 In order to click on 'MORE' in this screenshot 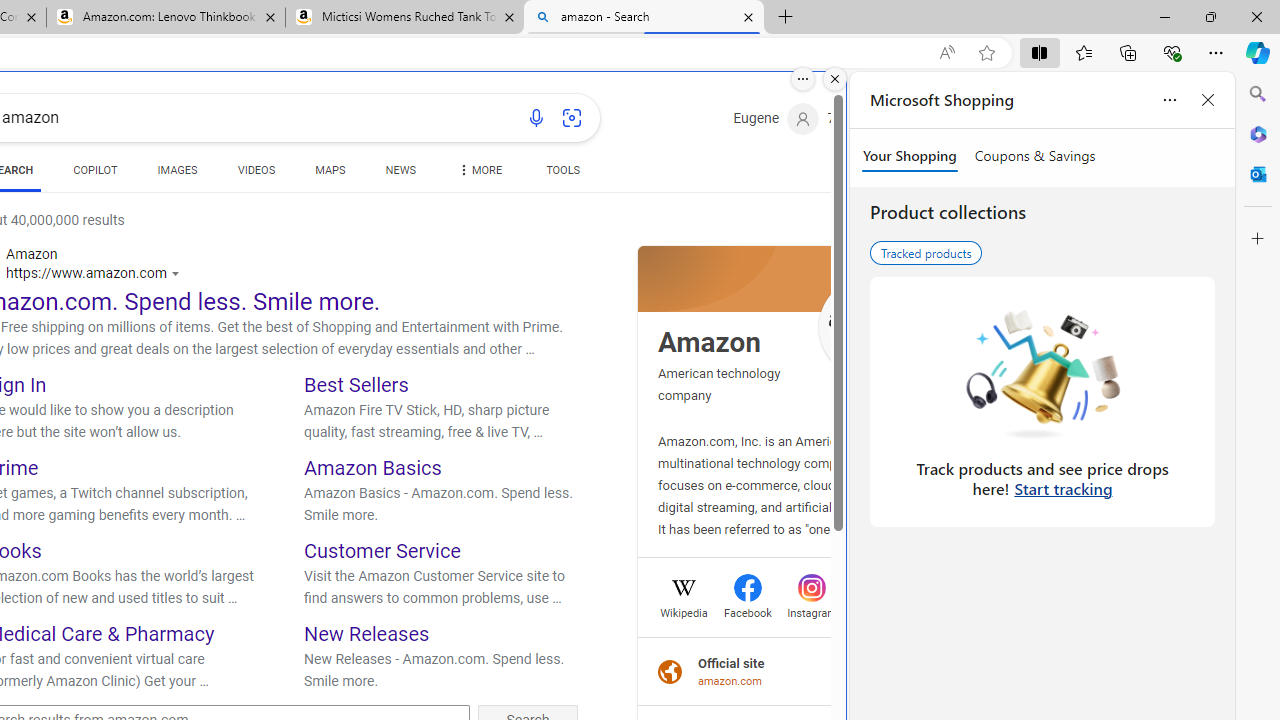, I will do `click(477, 172)`.